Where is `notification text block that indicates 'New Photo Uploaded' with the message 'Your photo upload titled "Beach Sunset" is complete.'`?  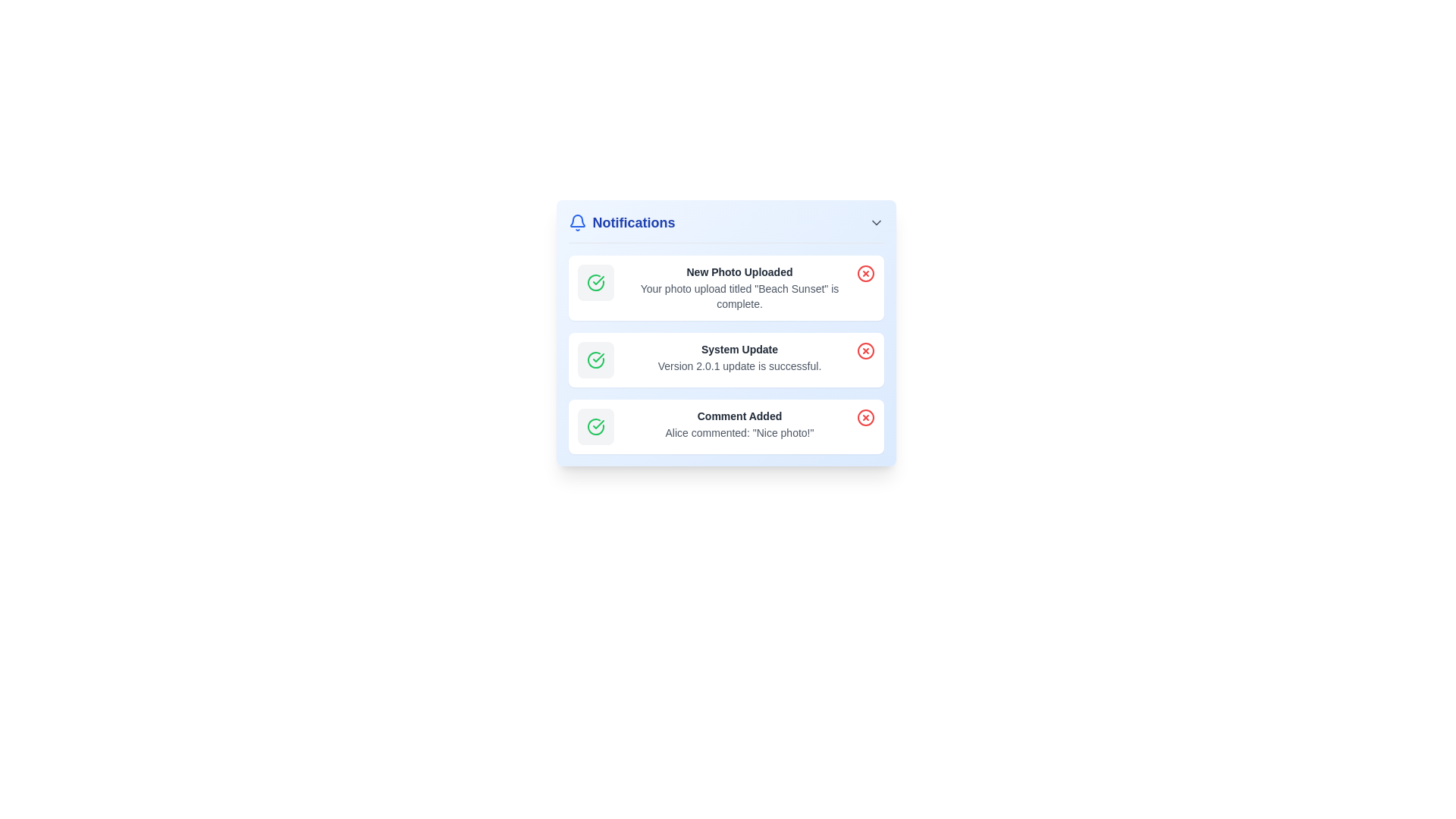
notification text block that indicates 'New Photo Uploaded' with the message 'Your photo upload titled "Beach Sunset" is complete.' is located at coordinates (739, 288).